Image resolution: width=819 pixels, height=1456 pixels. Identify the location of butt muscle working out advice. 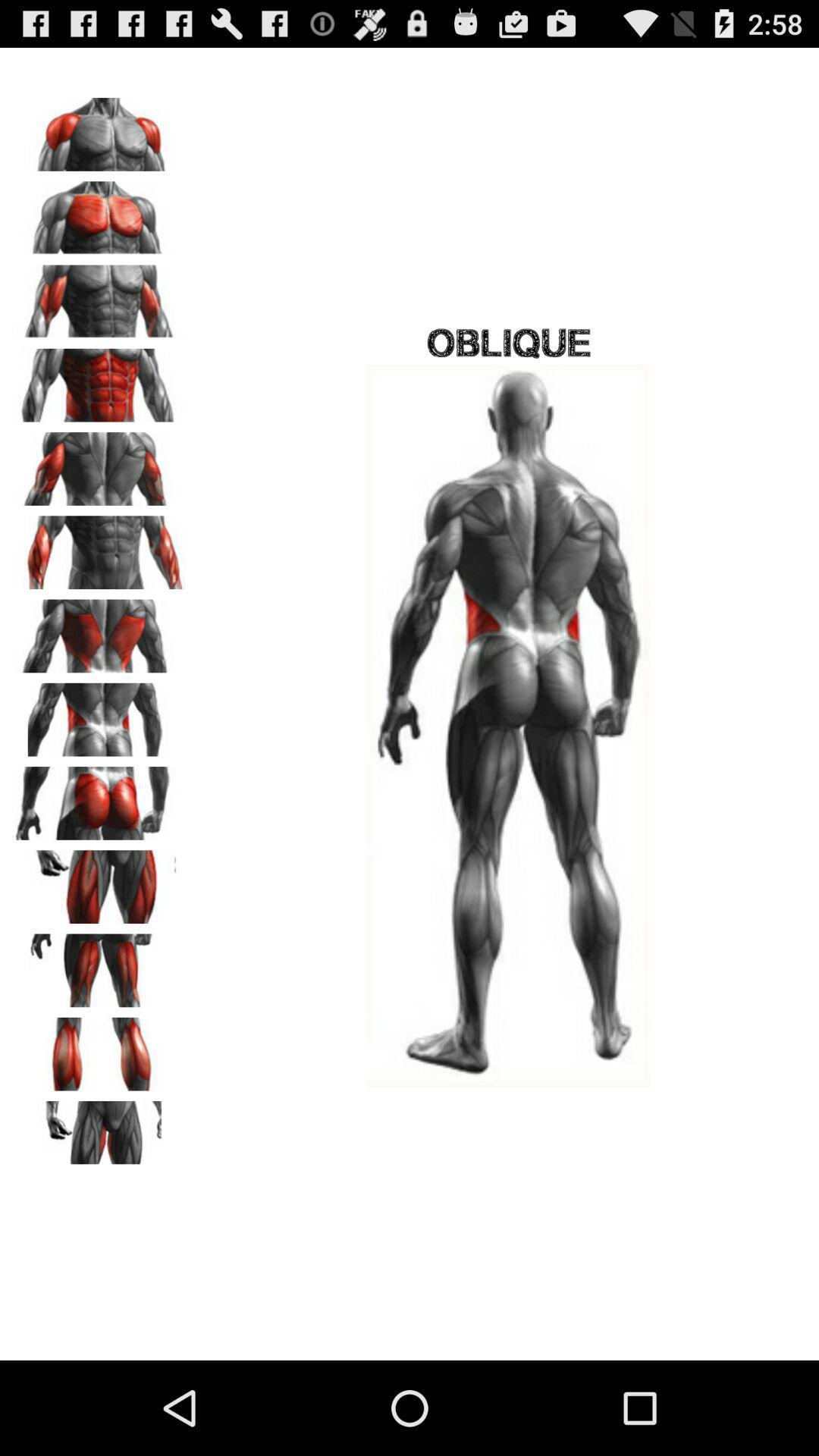
(99, 797).